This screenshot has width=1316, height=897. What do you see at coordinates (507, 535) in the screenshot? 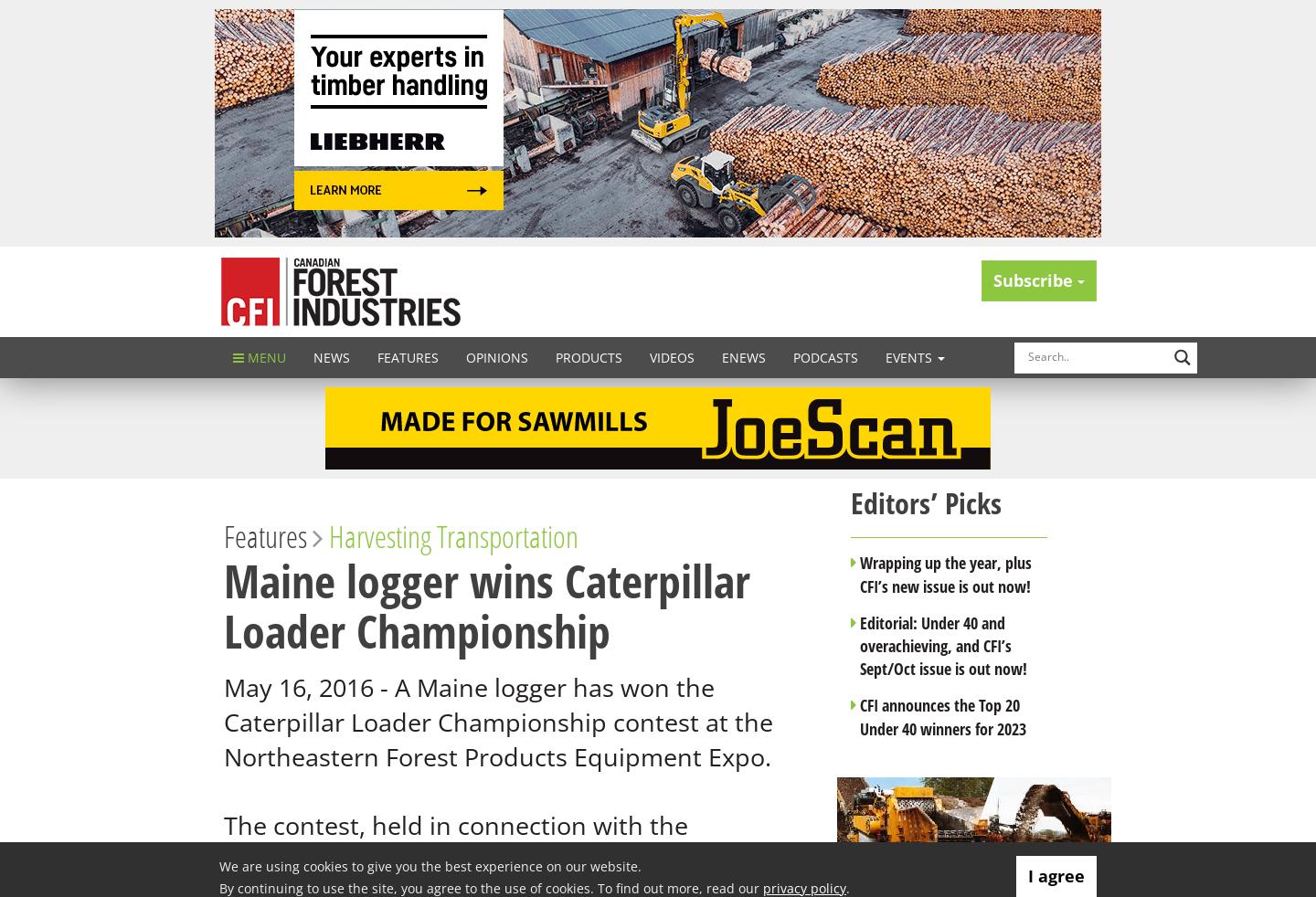
I see `'Transportation'` at bounding box center [507, 535].